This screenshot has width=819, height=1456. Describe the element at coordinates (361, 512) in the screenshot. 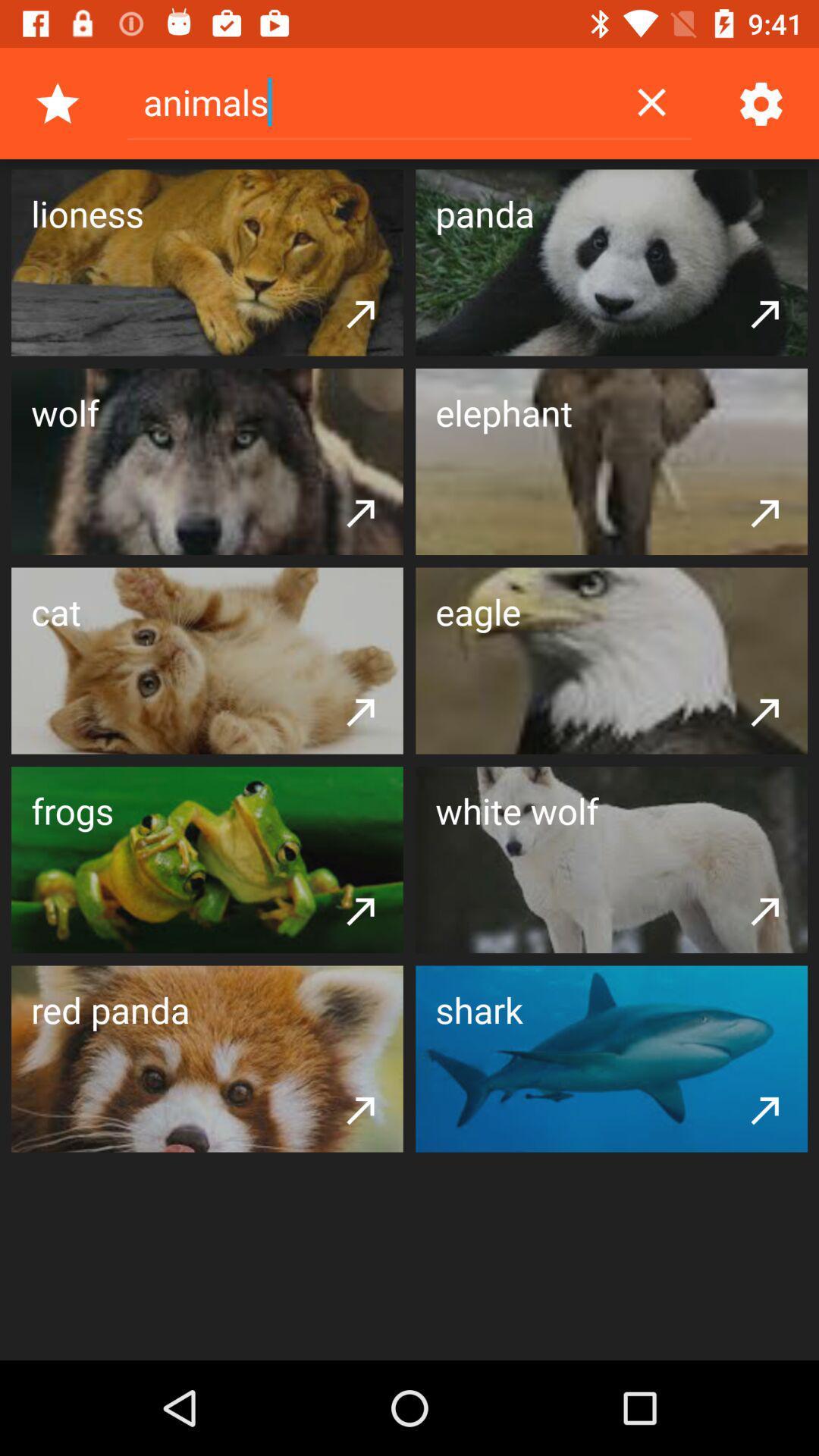

I see `item below the wolf item` at that location.